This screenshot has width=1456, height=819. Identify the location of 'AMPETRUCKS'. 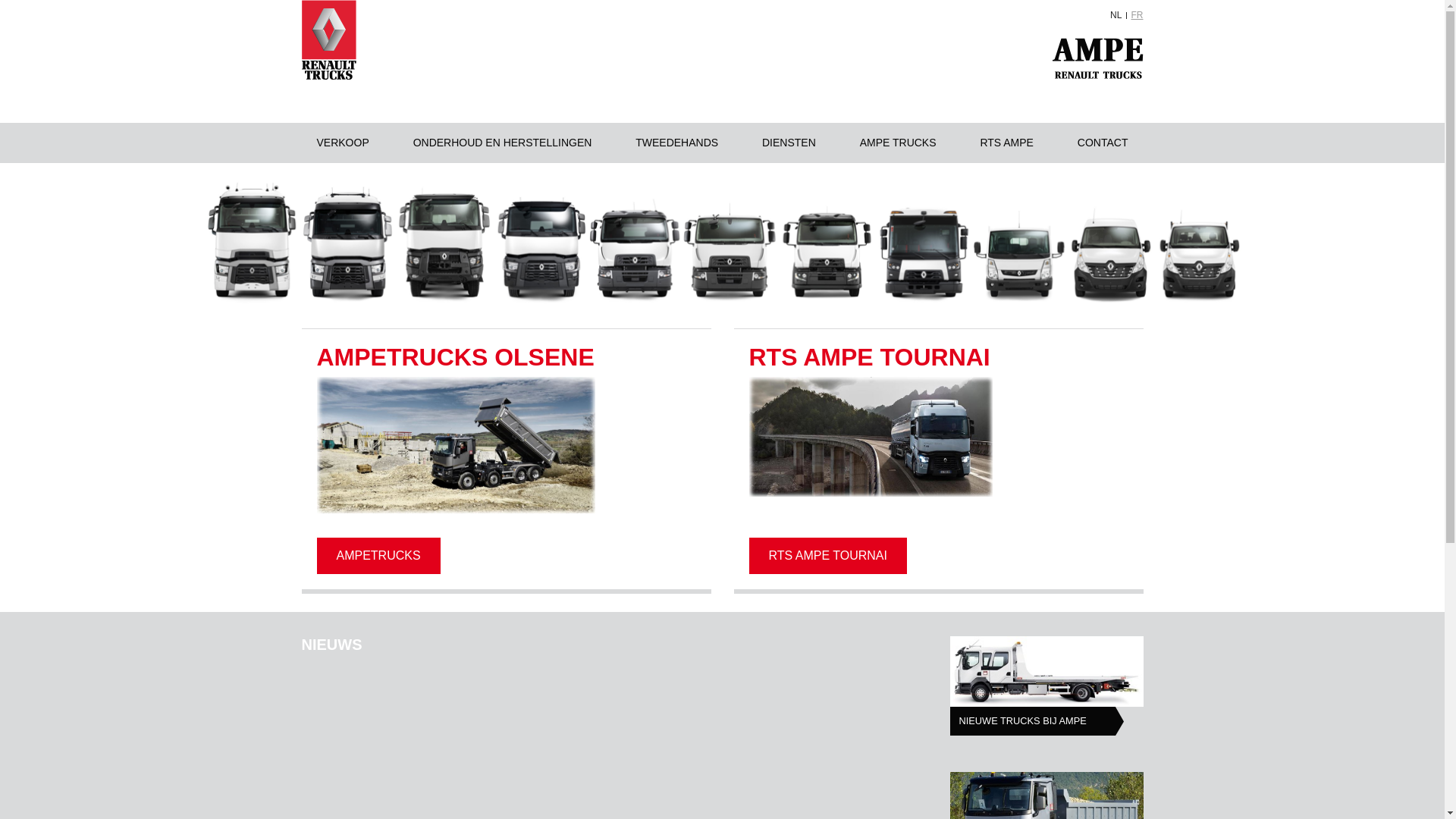
(378, 555).